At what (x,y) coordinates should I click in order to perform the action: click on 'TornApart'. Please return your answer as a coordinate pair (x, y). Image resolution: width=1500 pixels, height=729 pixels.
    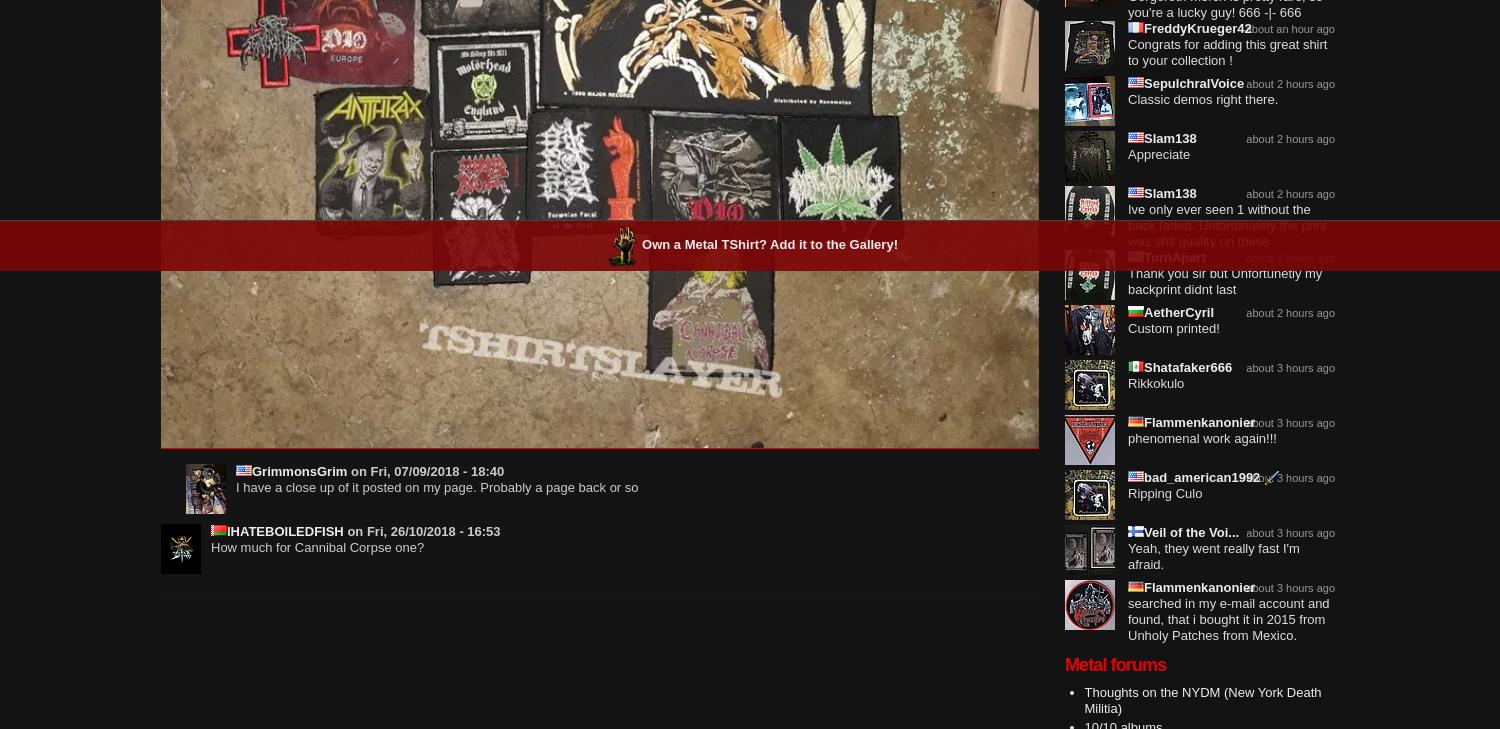
    Looking at the image, I should click on (1144, 255).